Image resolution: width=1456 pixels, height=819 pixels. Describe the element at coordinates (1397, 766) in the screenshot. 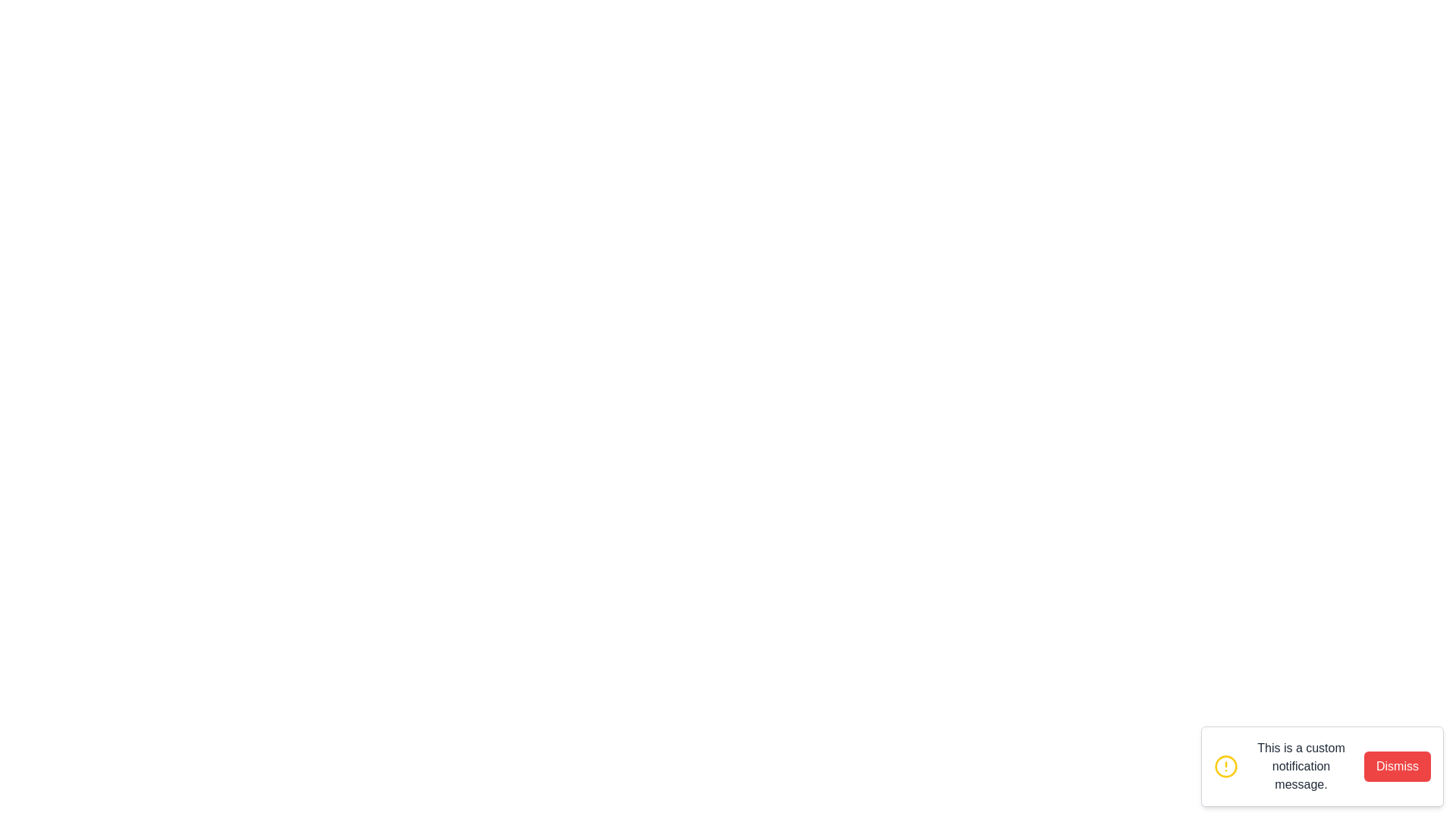

I see `the 'Dismiss' button, which is a rectangular button with white text on a red background located at the bottom-right corner of a notification box` at that location.